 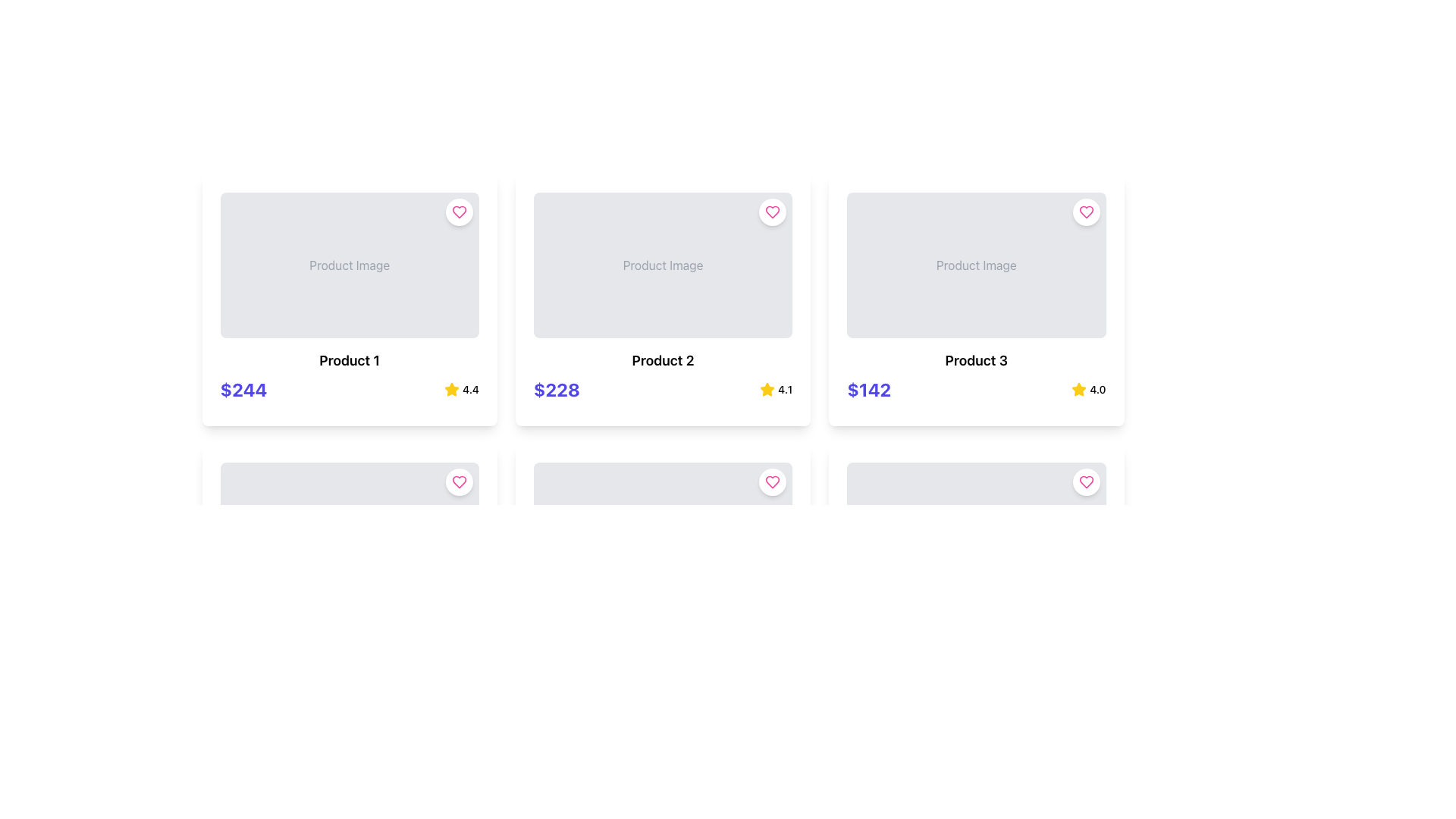 I want to click on the favorite button located at the top-right corner of the display card for 'Product 2', so click(x=773, y=212).